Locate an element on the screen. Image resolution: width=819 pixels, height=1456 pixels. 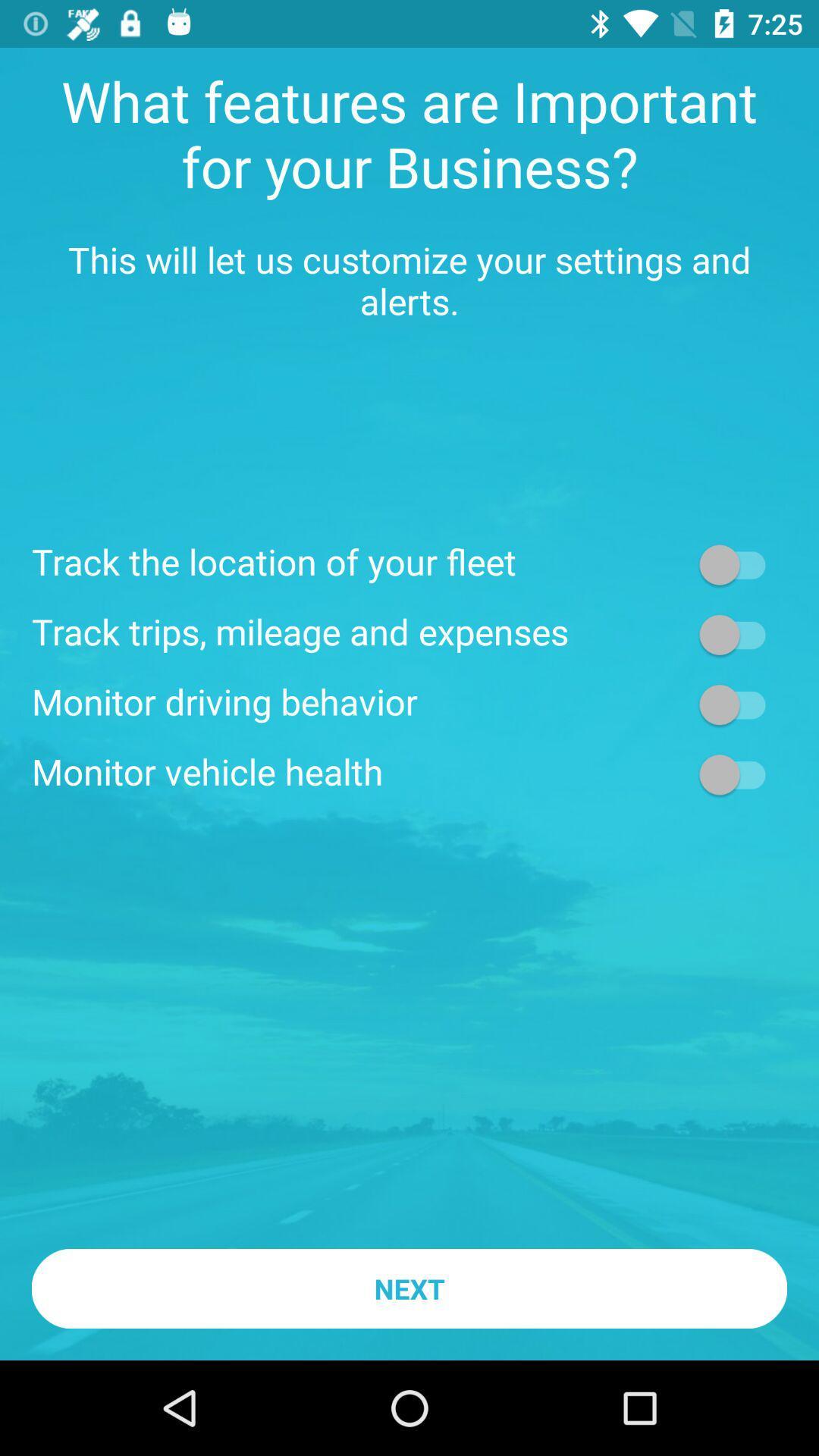
turn on/off track location is located at coordinates (739, 563).